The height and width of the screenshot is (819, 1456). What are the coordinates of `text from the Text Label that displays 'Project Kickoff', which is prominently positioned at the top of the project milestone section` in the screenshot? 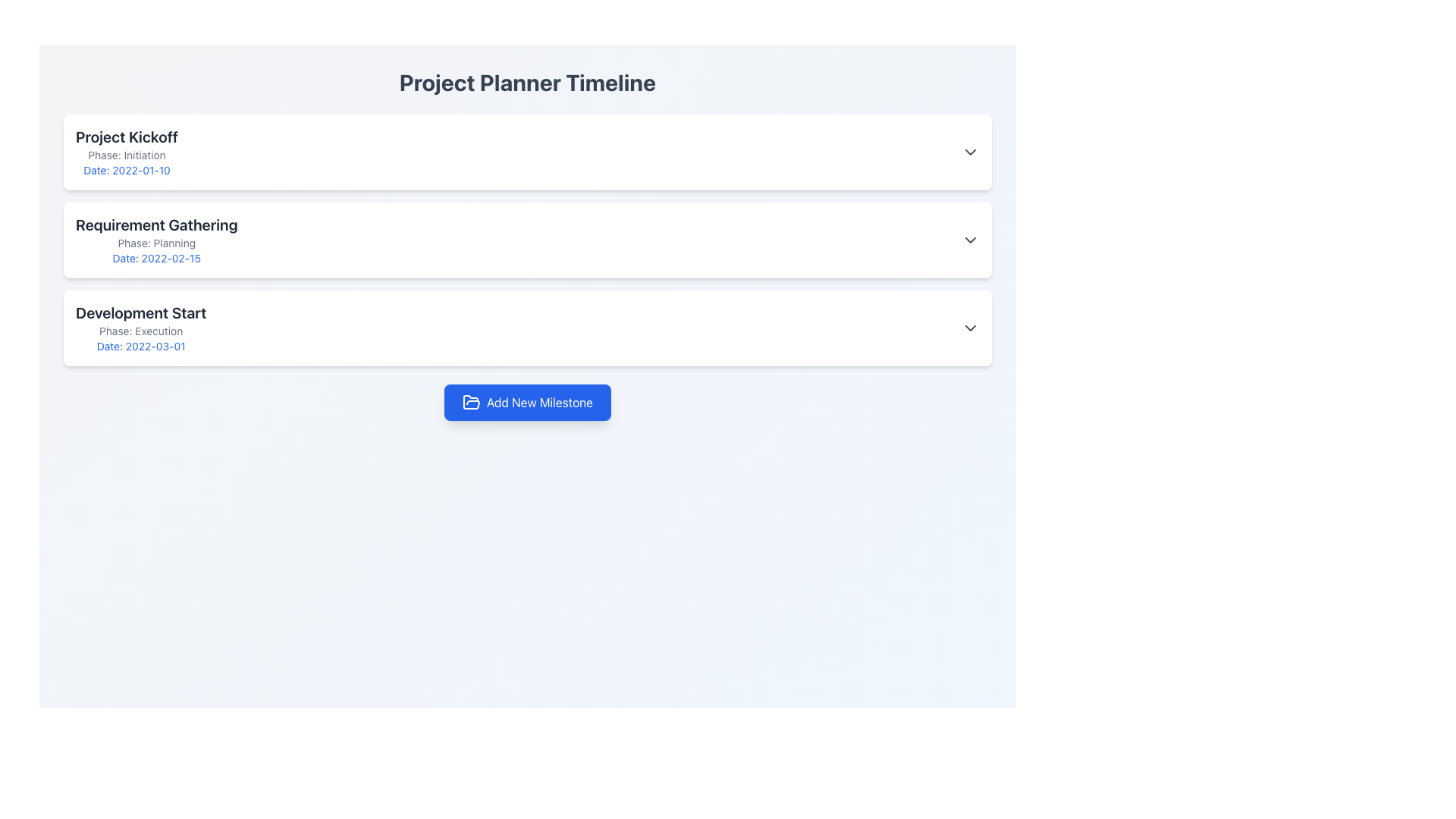 It's located at (127, 137).